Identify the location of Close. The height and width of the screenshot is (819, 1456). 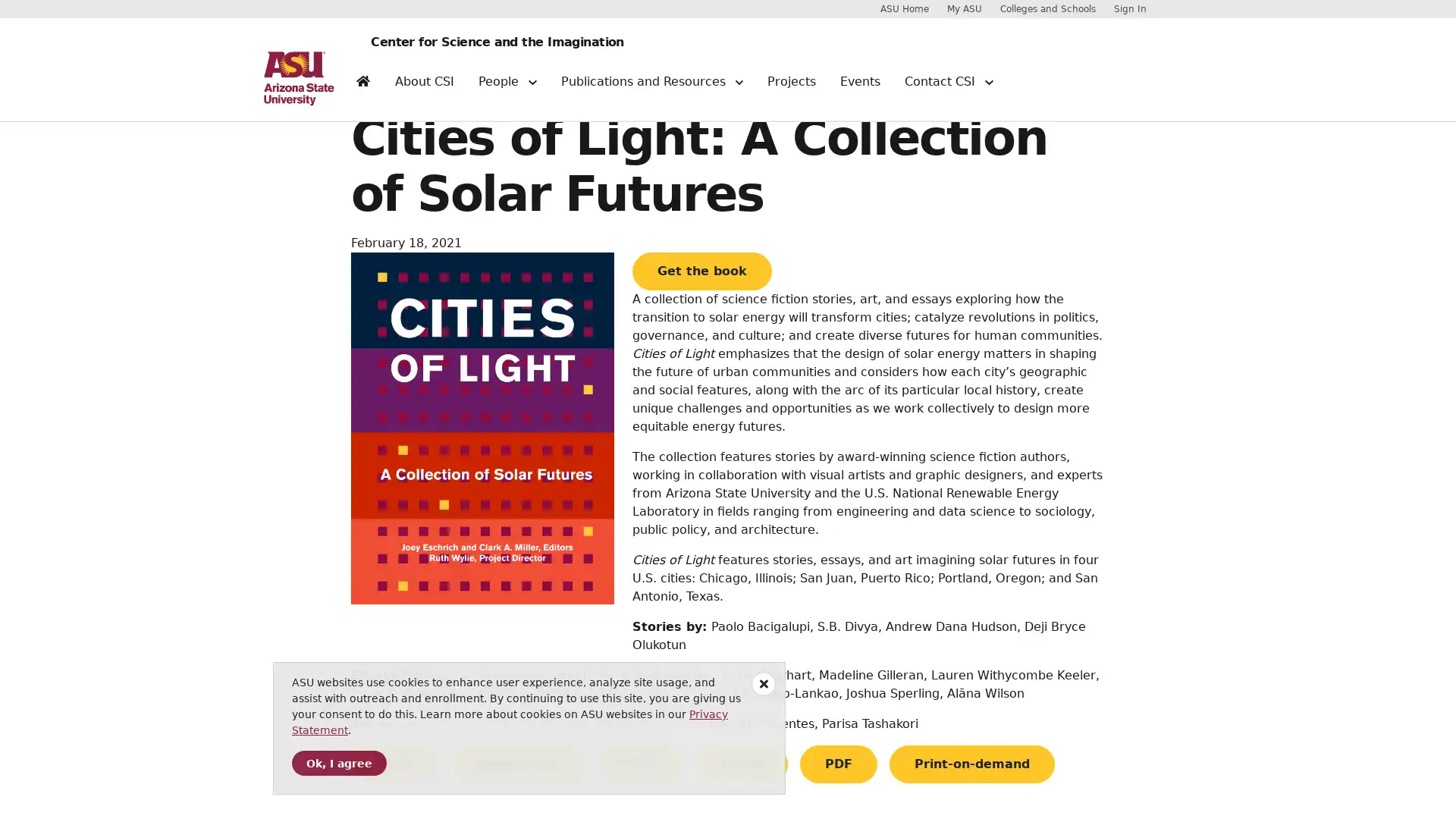
(764, 684).